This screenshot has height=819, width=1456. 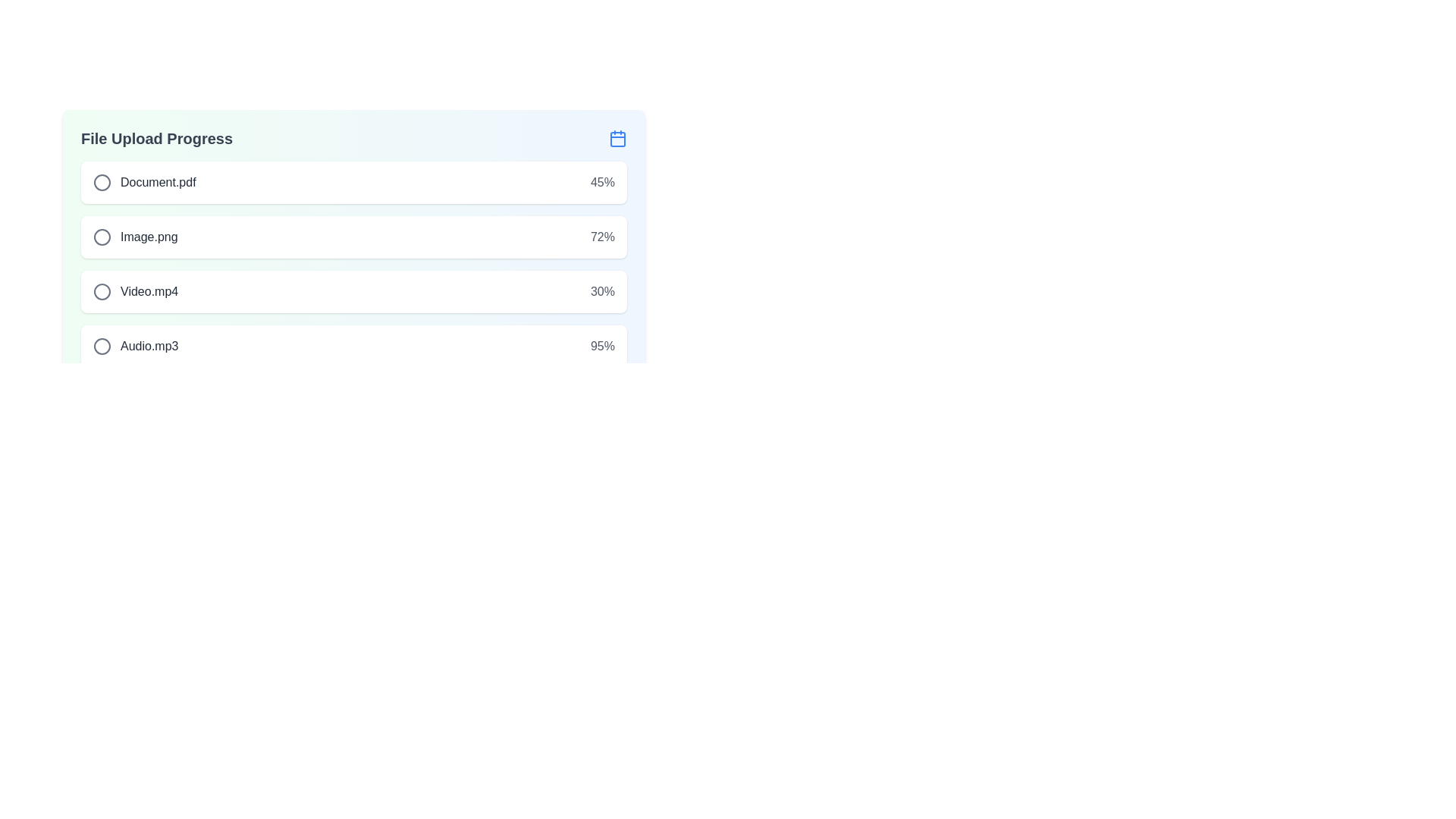 What do you see at coordinates (156, 138) in the screenshot?
I see `the text label indicating file upload progress tracking, which is positioned to the left of a blue calendar icon` at bounding box center [156, 138].